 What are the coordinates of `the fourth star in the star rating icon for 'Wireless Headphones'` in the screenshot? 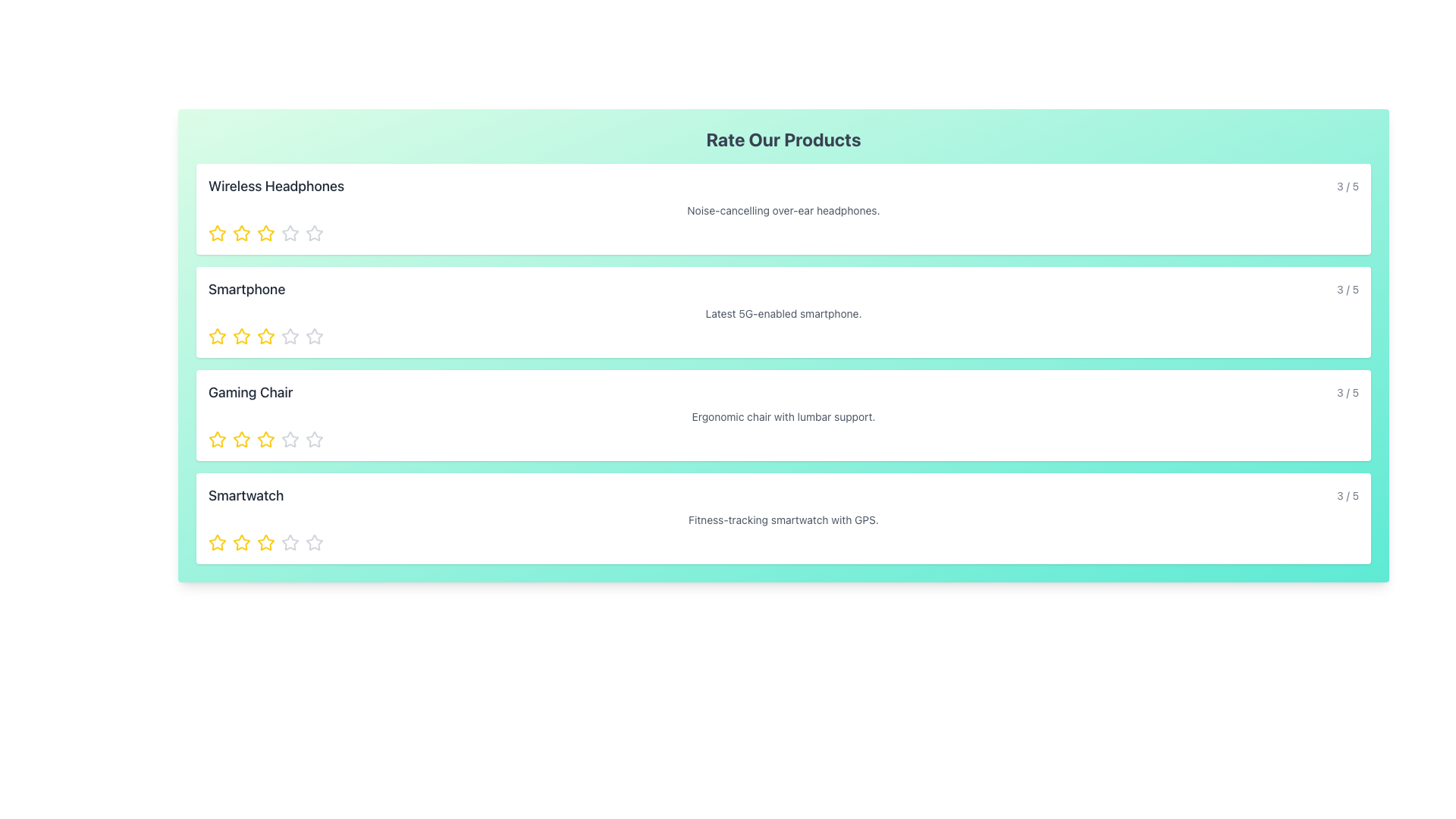 It's located at (313, 233).